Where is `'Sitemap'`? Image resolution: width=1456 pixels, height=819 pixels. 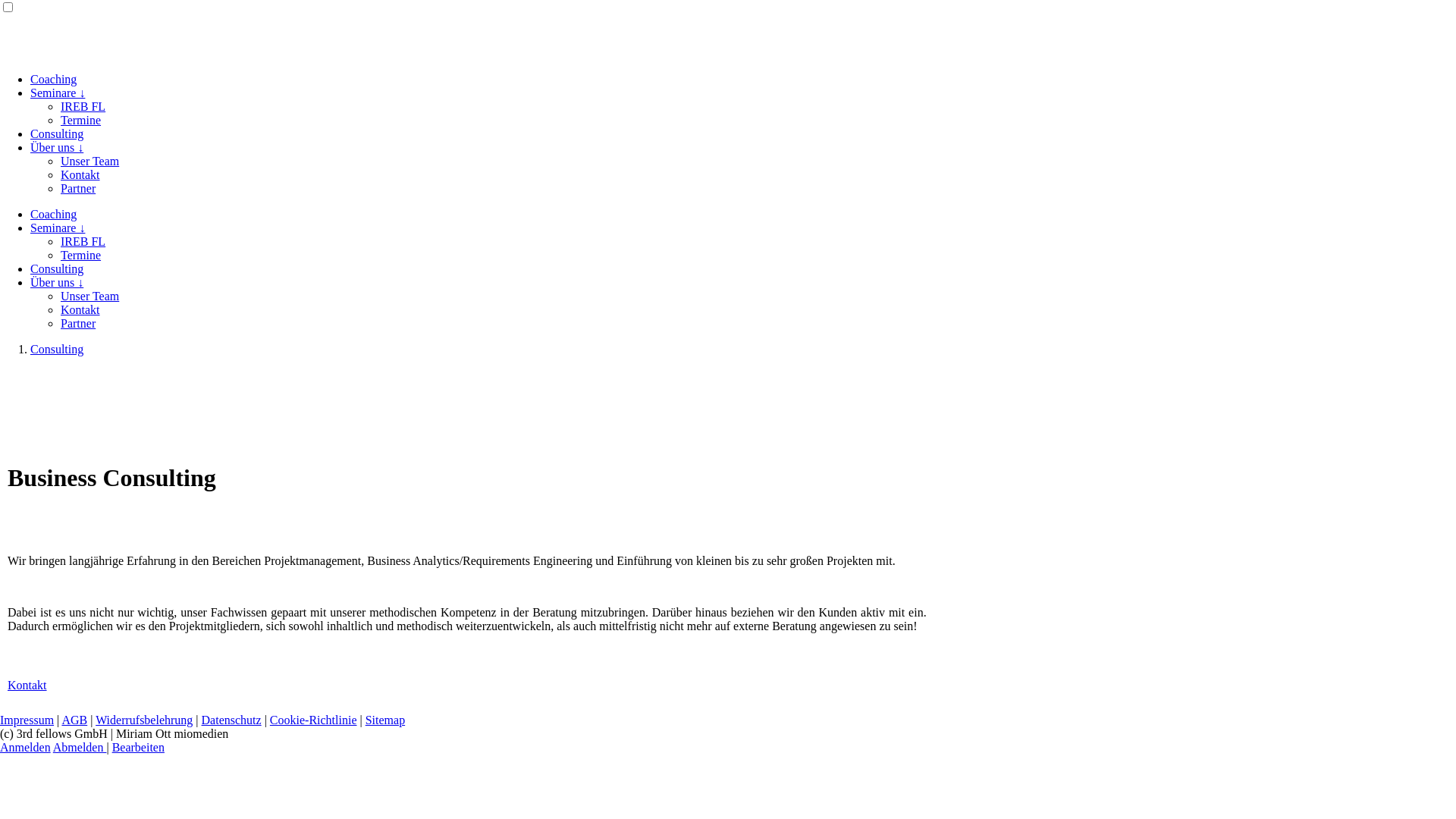
'Sitemap' is located at coordinates (385, 719).